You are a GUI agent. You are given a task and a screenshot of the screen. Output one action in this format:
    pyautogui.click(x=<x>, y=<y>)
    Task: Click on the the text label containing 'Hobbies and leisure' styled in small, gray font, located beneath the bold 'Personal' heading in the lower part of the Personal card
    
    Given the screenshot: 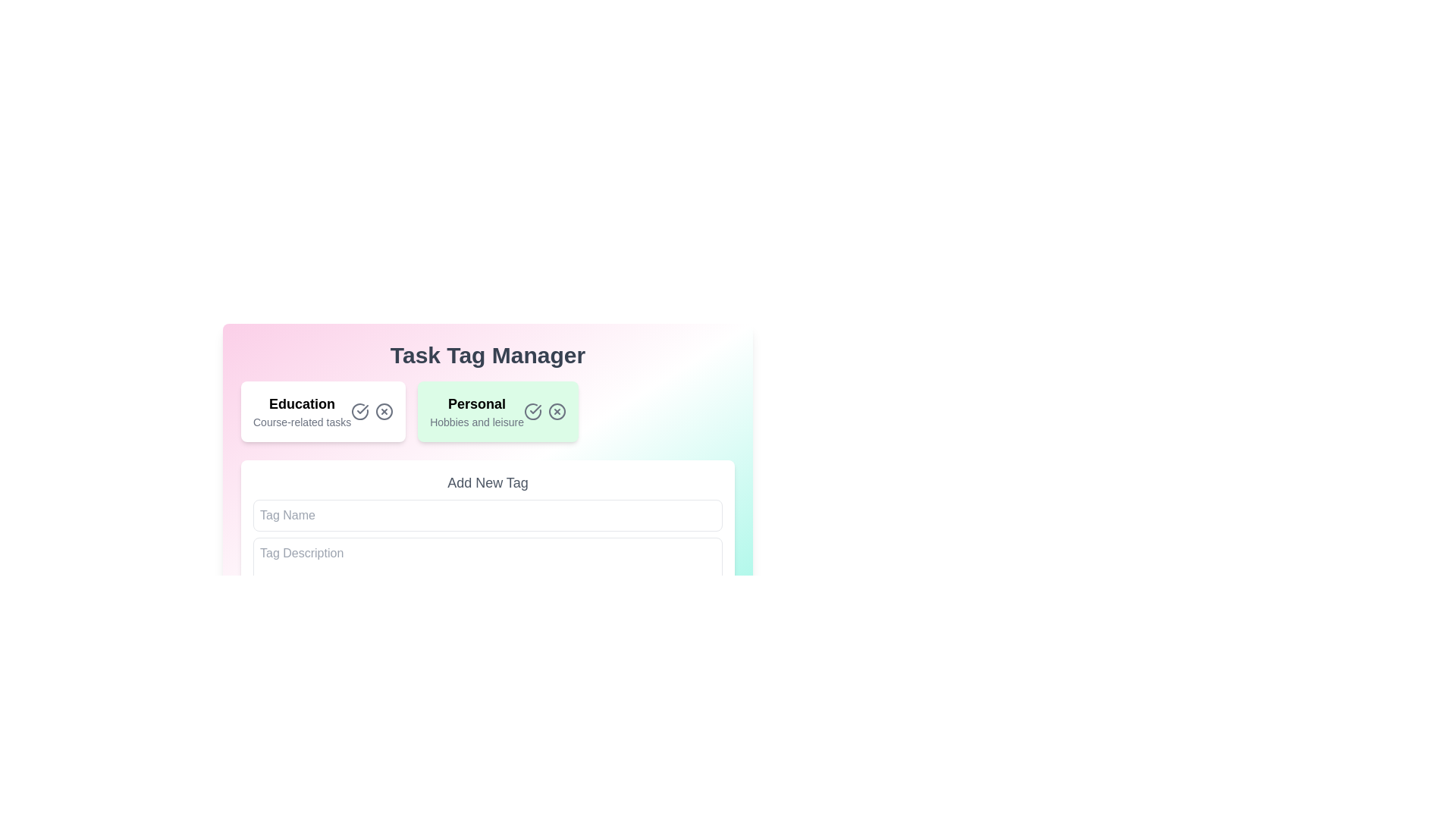 What is the action you would take?
    pyautogui.click(x=475, y=422)
    